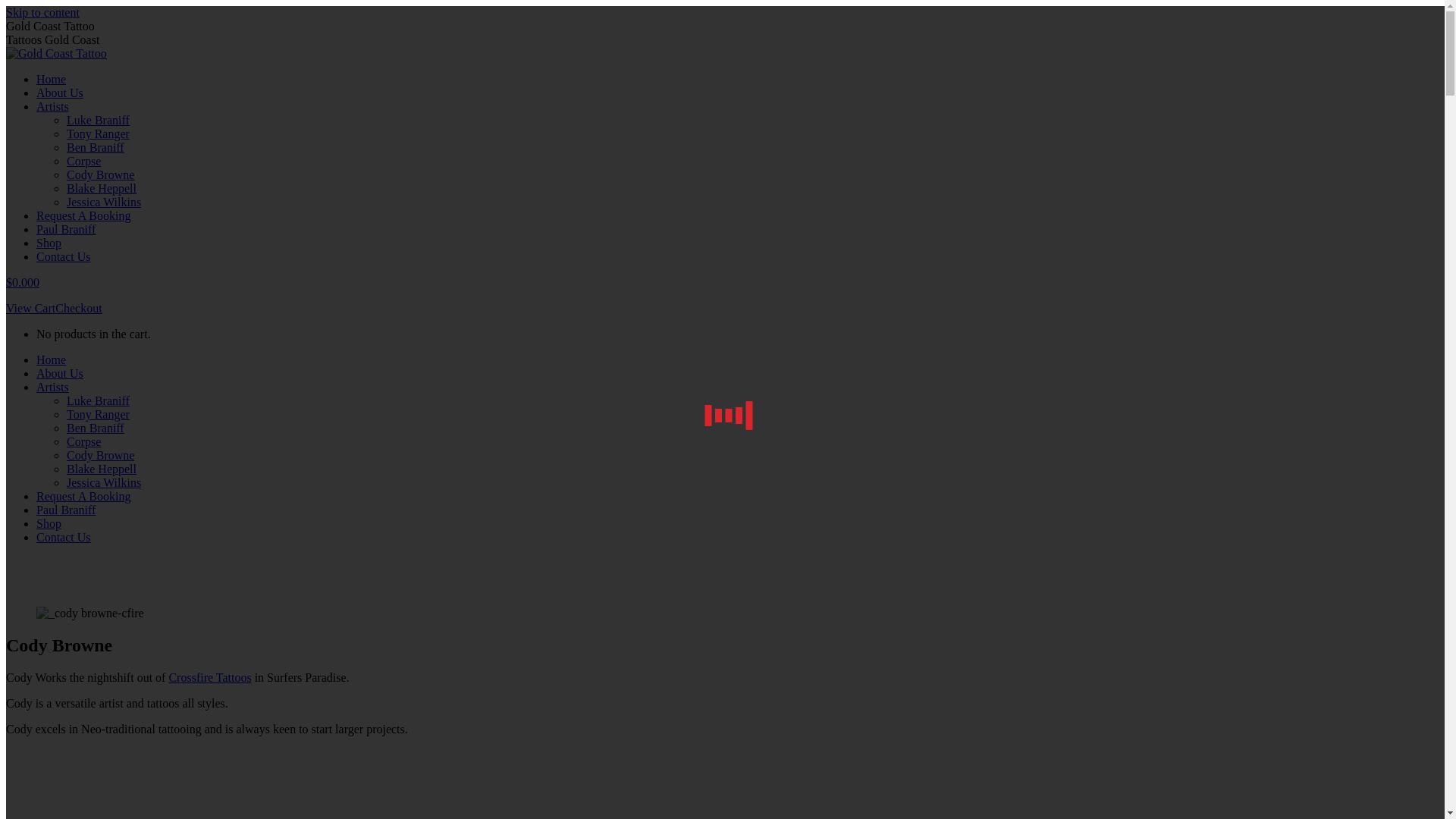 The width and height of the screenshot is (1456, 819). Describe the element at coordinates (83, 215) in the screenshot. I see `'Request A Booking'` at that location.